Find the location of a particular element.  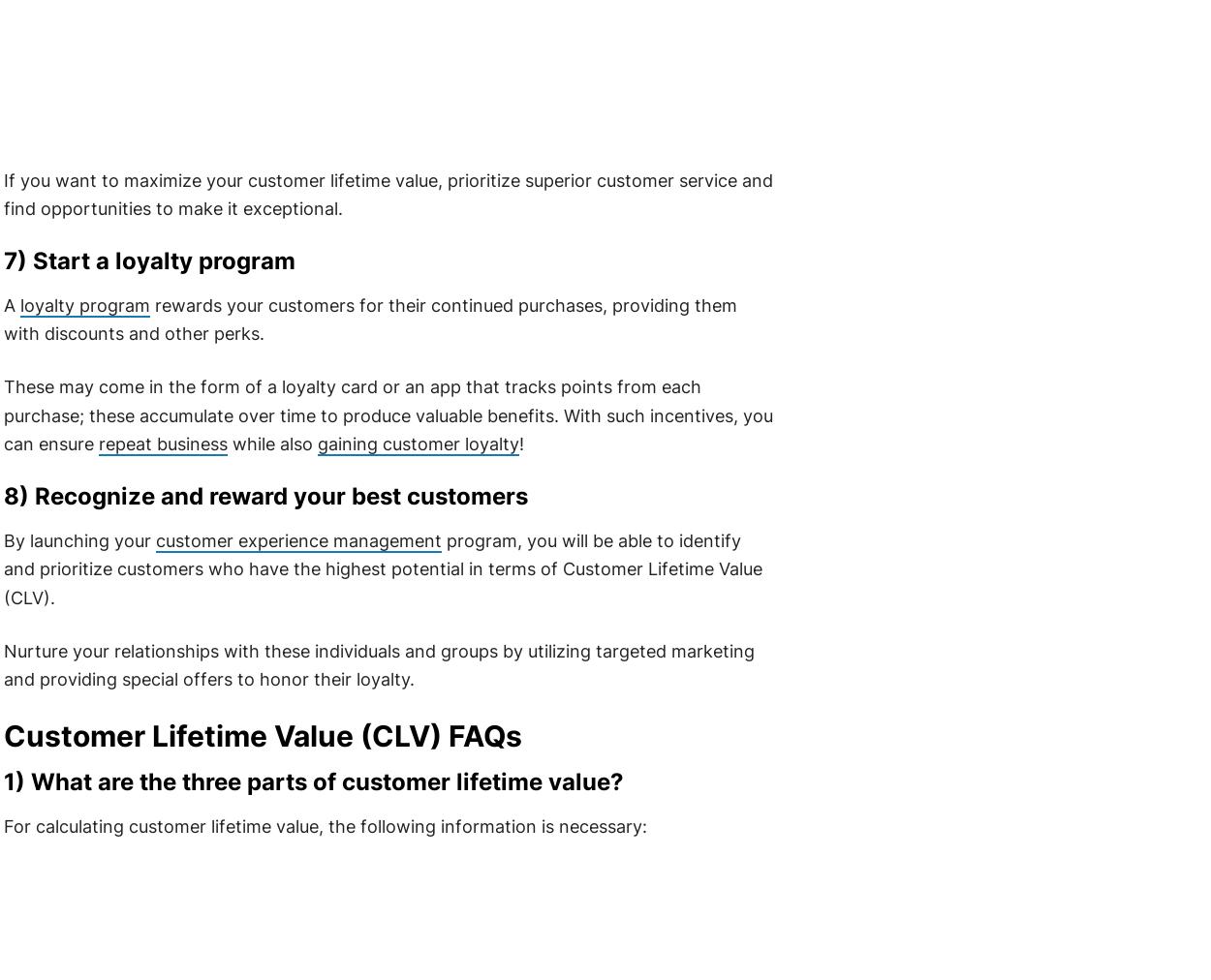

'rewards your customers for their continued purchases, providing them with discounts and other perks.' is located at coordinates (369, 318).